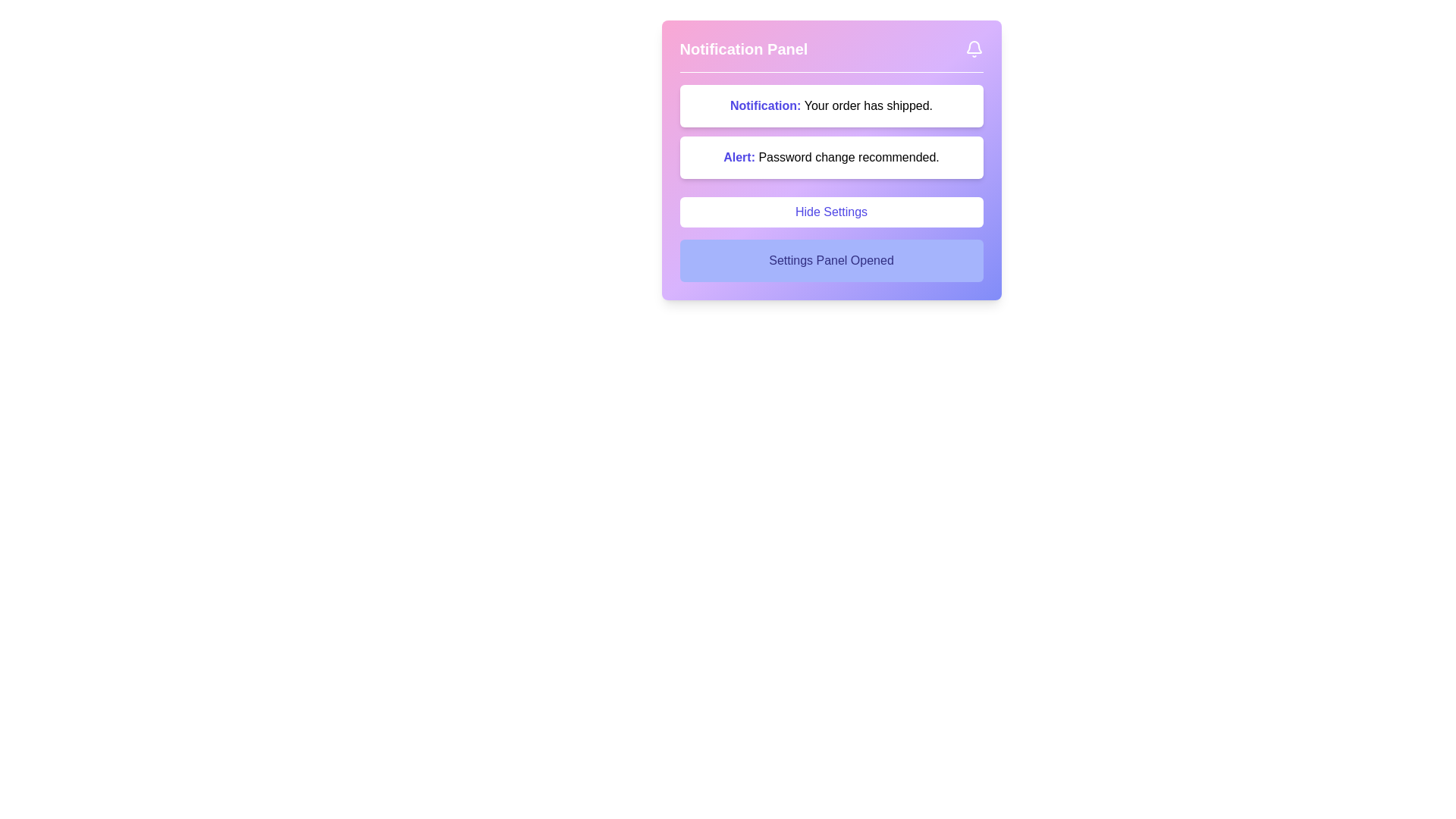 This screenshot has height=819, width=1456. What do you see at coordinates (974, 49) in the screenshot?
I see `the bell icon located at the far-right end of the header section of the notification panel for interaction` at bounding box center [974, 49].